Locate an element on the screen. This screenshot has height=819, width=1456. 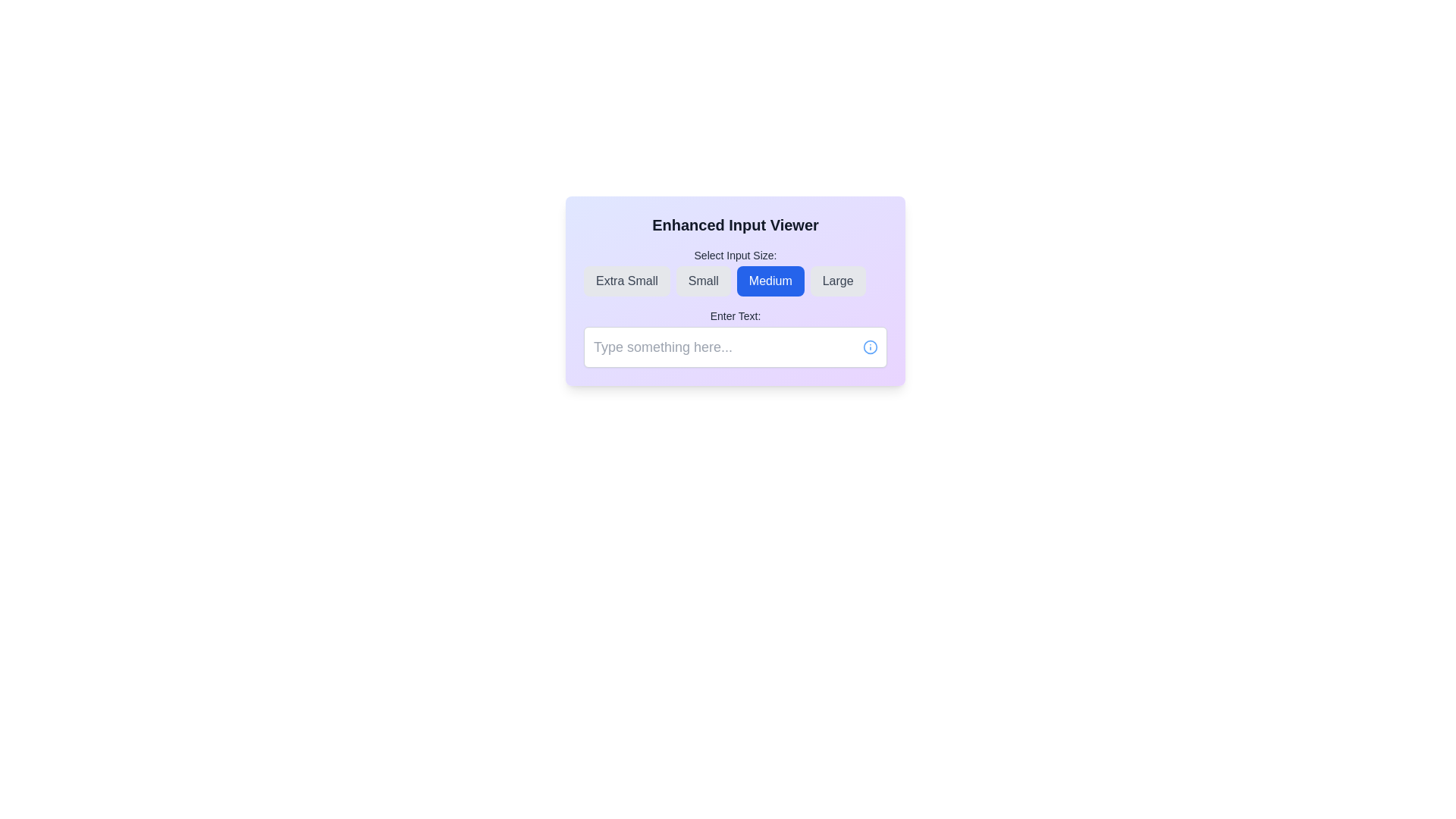
the 'Large' button located in the top right of a row of buttons to change its background color is located at coordinates (837, 281).